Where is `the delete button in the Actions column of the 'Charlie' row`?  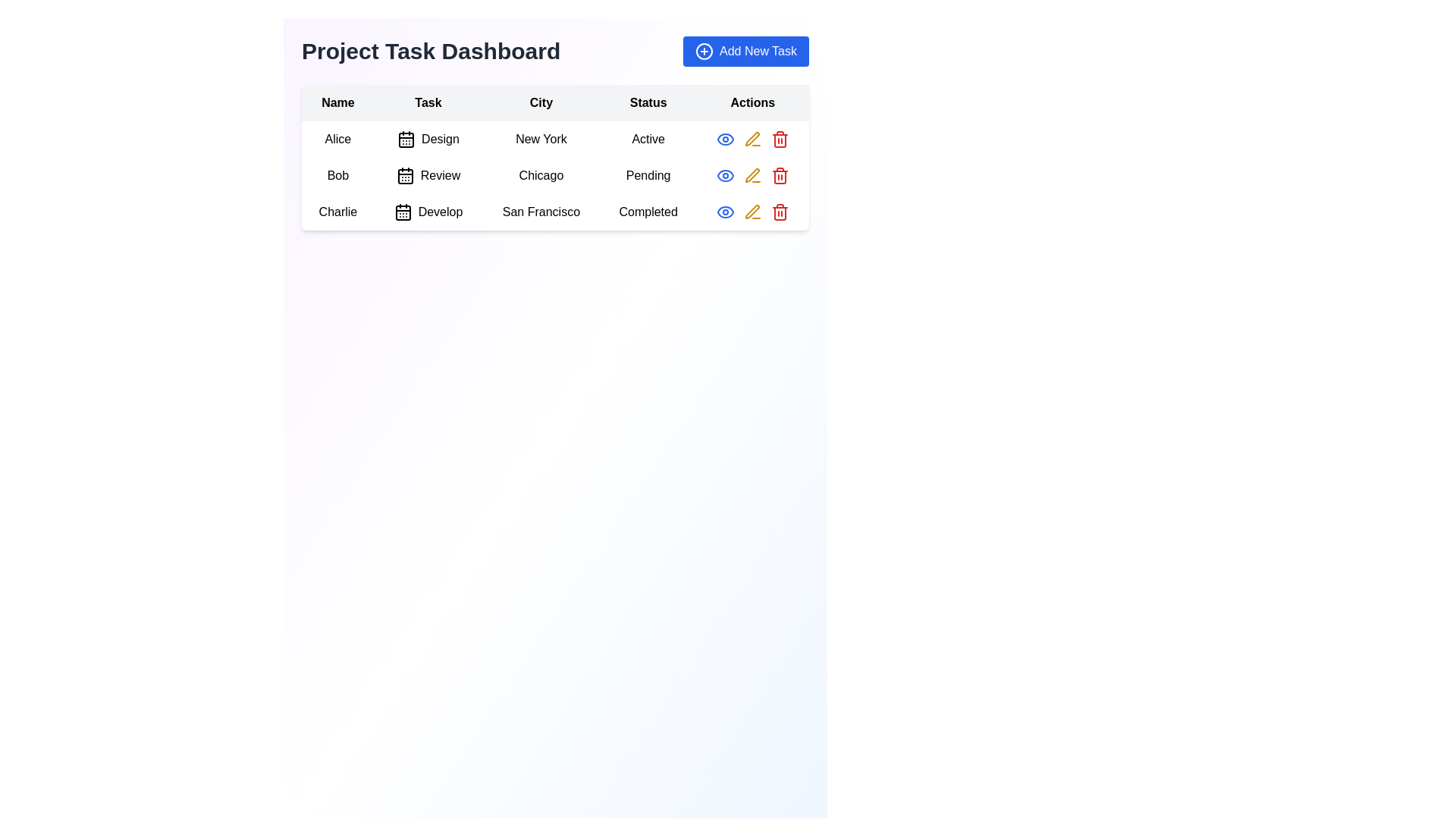 the delete button in the Actions column of the 'Charlie' row is located at coordinates (780, 212).